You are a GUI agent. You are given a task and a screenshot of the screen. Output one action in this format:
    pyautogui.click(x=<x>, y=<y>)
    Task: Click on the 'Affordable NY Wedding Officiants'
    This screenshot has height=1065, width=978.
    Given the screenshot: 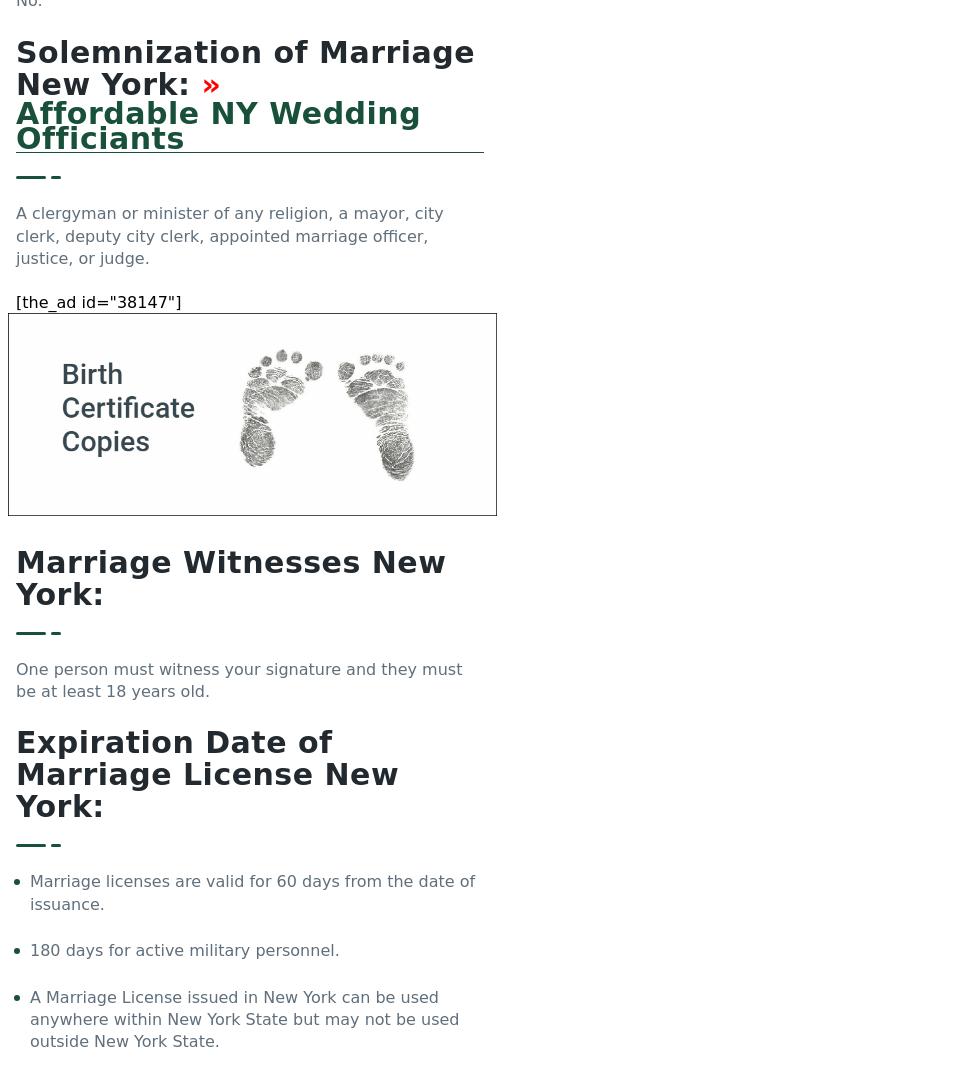 What is the action you would take?
    pyautogui.click(x=218, y=124)
    